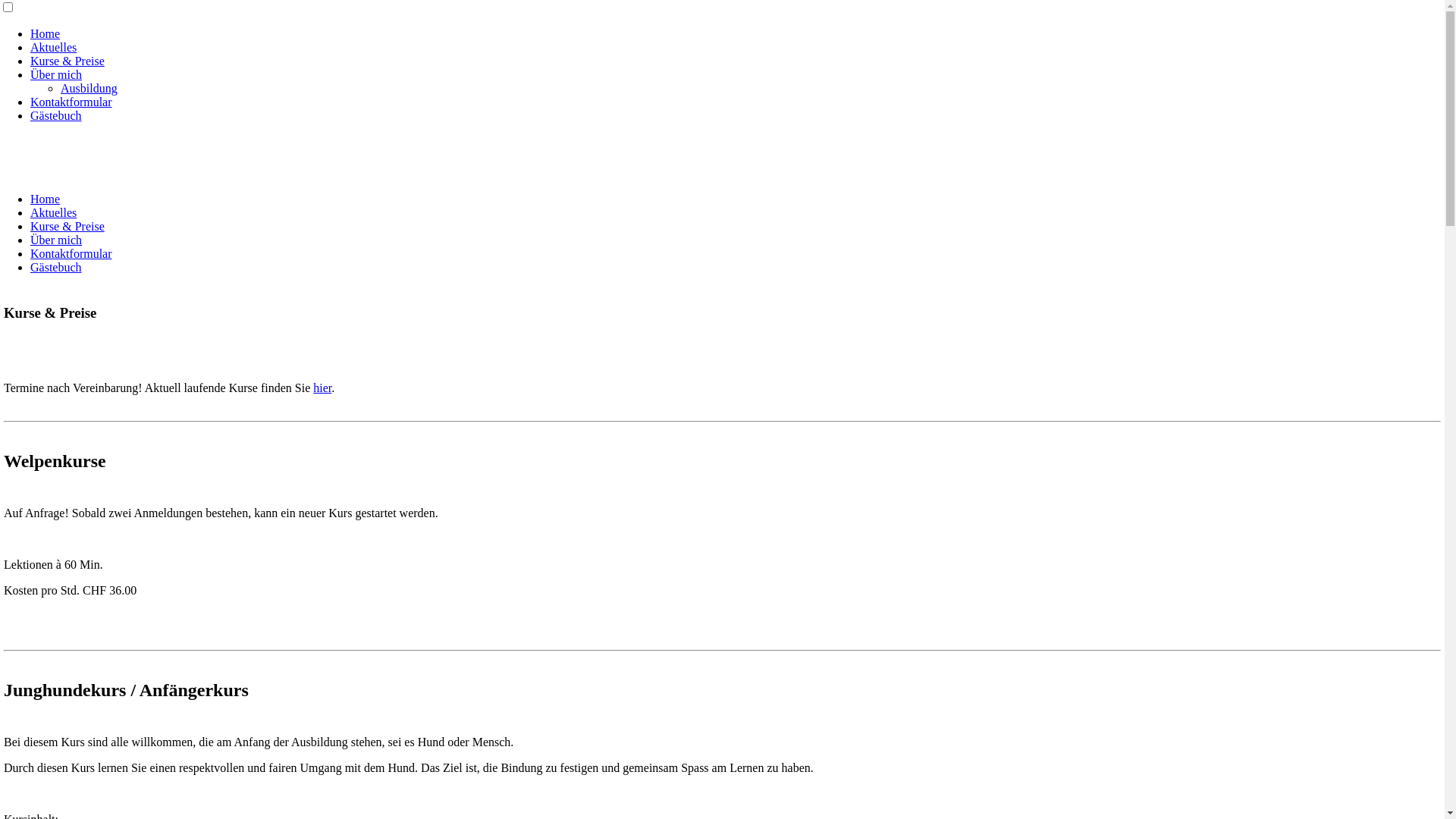 The height and width of the screenshot is (819, 1456). I want to click on 'Aktuelles', so click(53, 46).